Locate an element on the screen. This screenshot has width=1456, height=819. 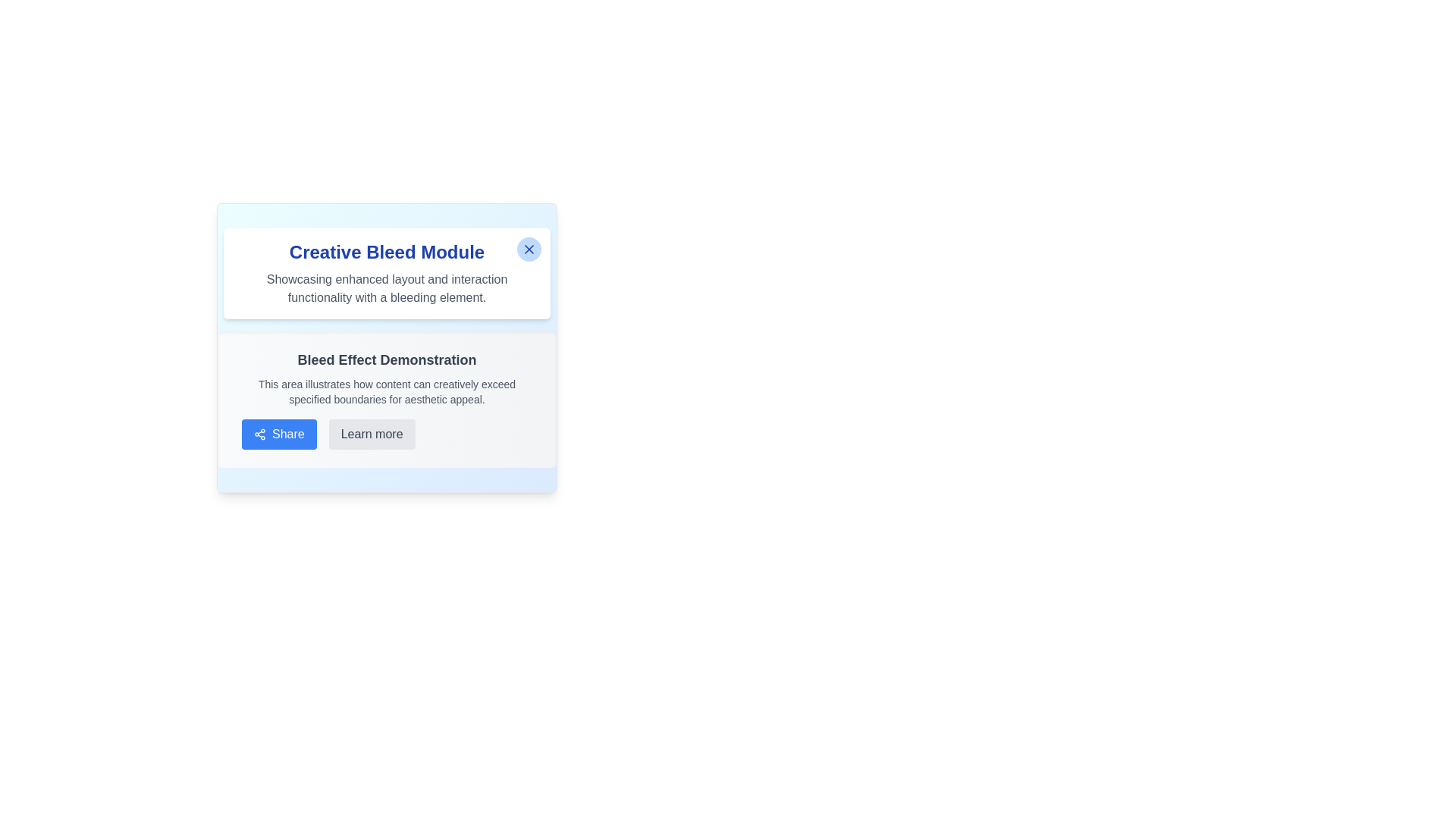
the 'Share' button, which is a blue button located at the bottom-left corner of a card-like structure, to initiate sharing functionality is located at coordinates (259, 435).